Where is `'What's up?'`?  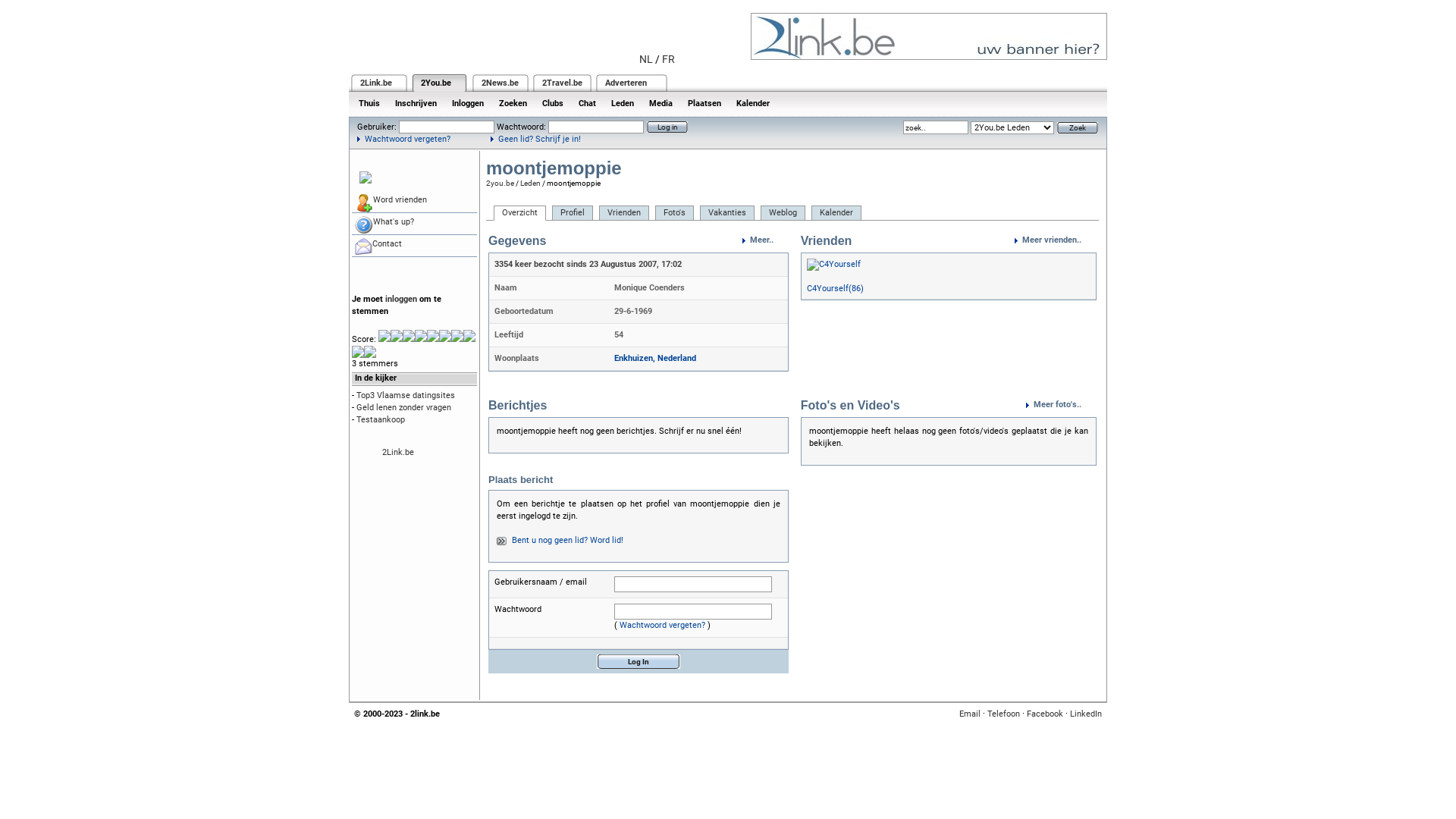 'What's up?' is located at coordinates (351, 224).